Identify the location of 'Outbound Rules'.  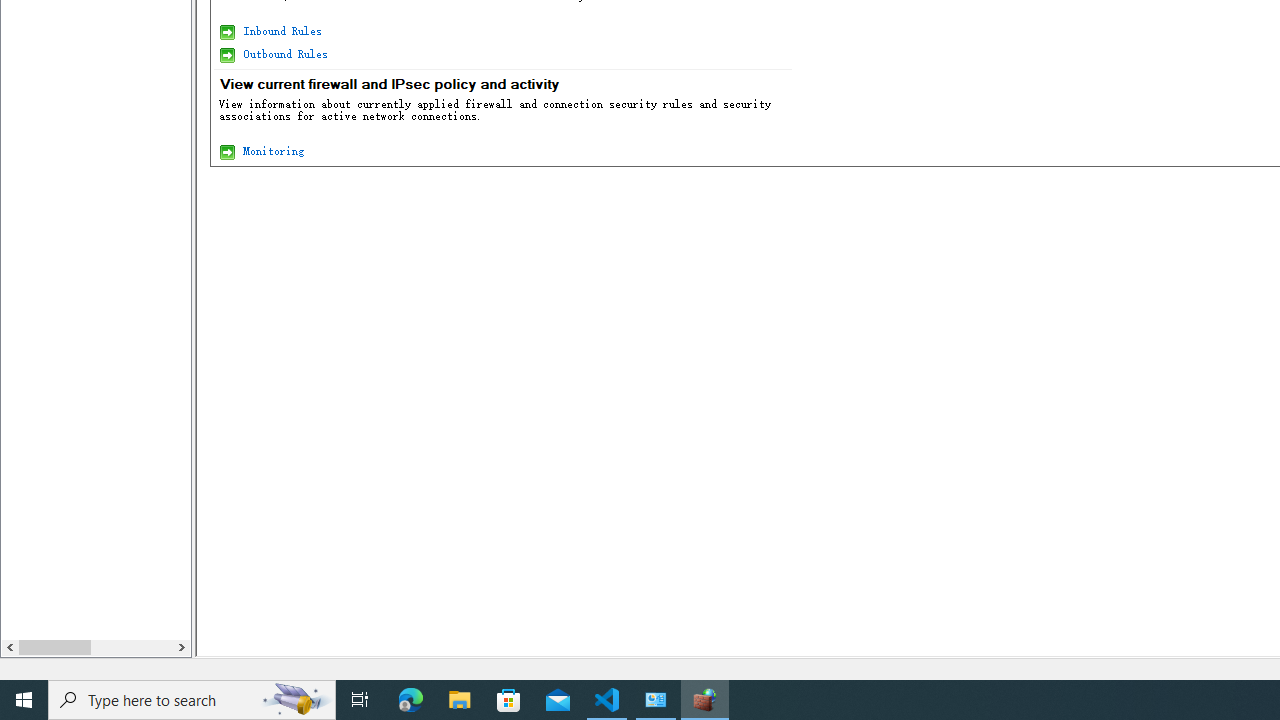
(283, 53).